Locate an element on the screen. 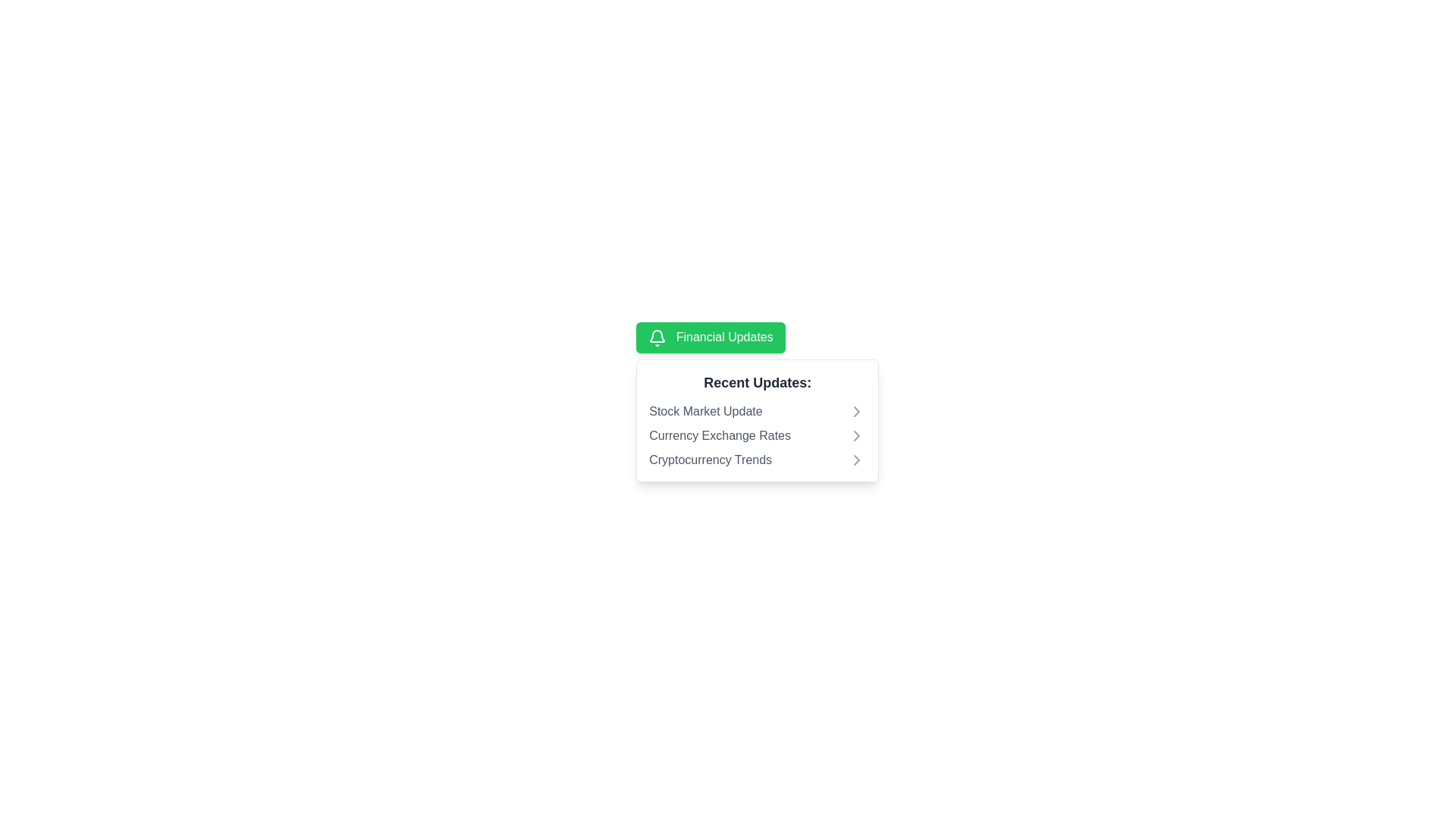 This screenshot has height=819, width=1456. the navigation icon positioned to the far right of the 'Cryptocurrency Trends' text in the 'Recent Updates' section is located at coordinates (857, 459).